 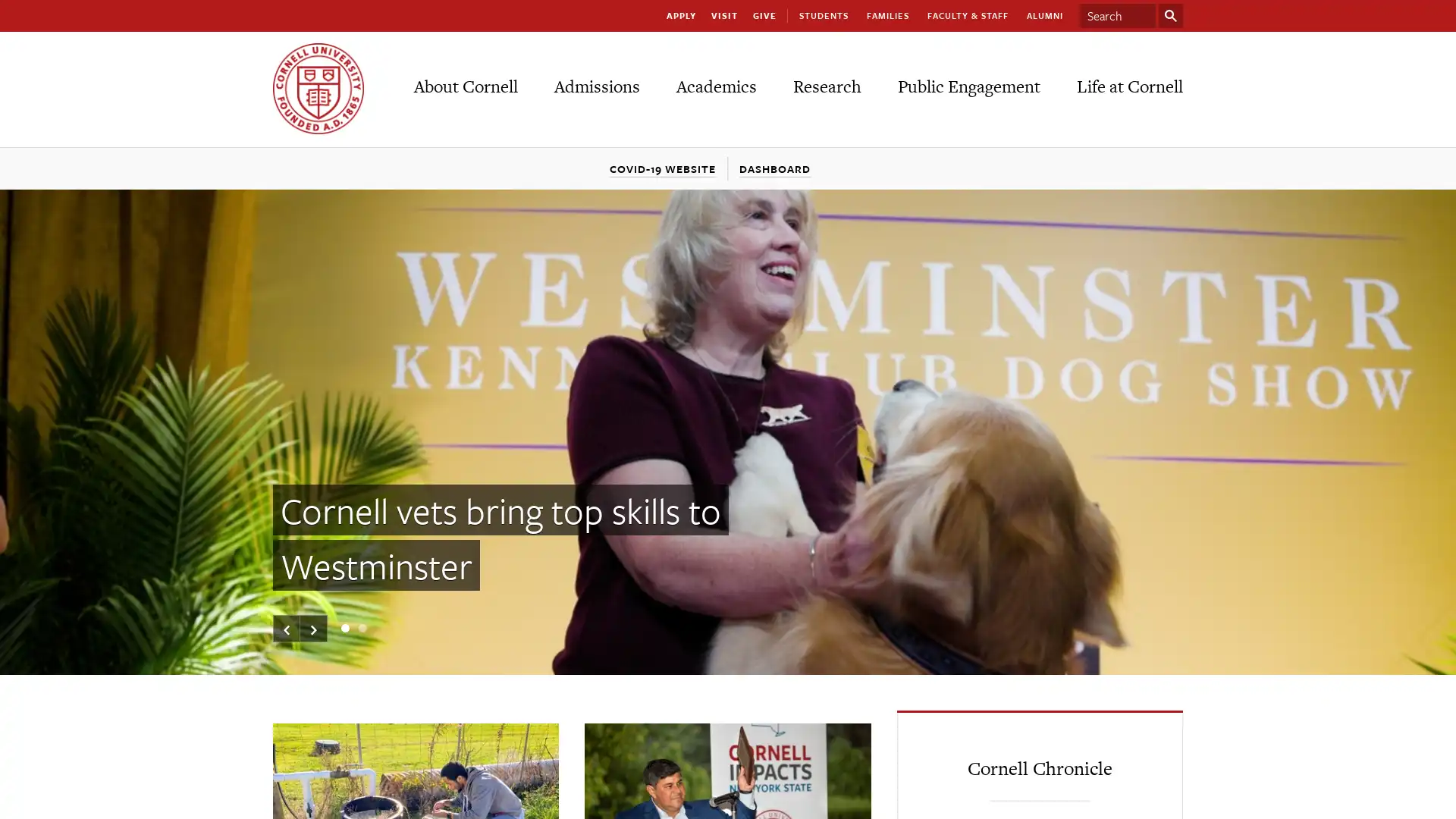 What do you see at coordinates (1170, 15) in the screenshot?
I see `Search` at bounding box center [1170, 15].